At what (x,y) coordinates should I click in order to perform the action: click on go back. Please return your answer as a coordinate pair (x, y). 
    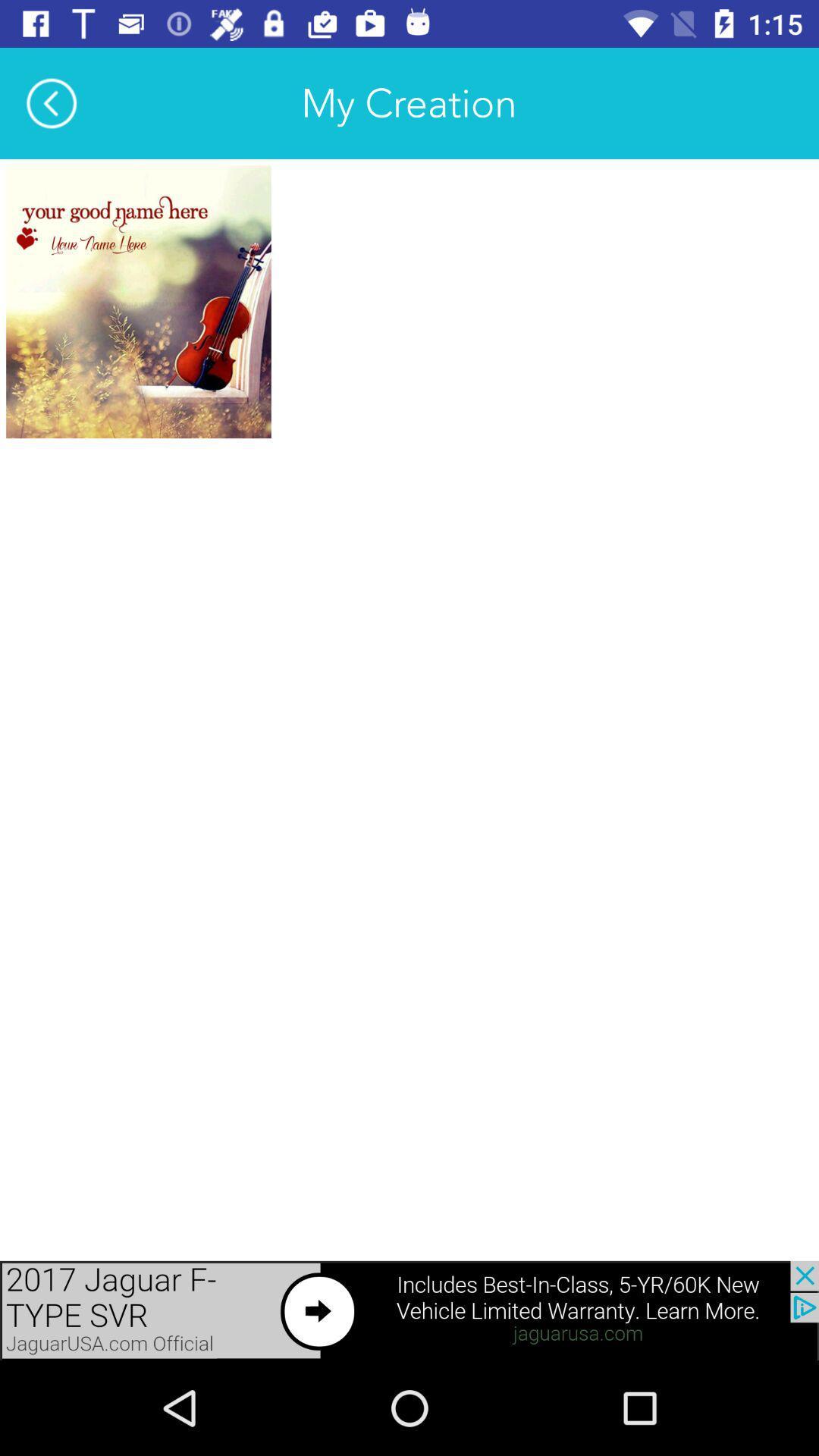
    Looking at the image, I should click on (51, 102).